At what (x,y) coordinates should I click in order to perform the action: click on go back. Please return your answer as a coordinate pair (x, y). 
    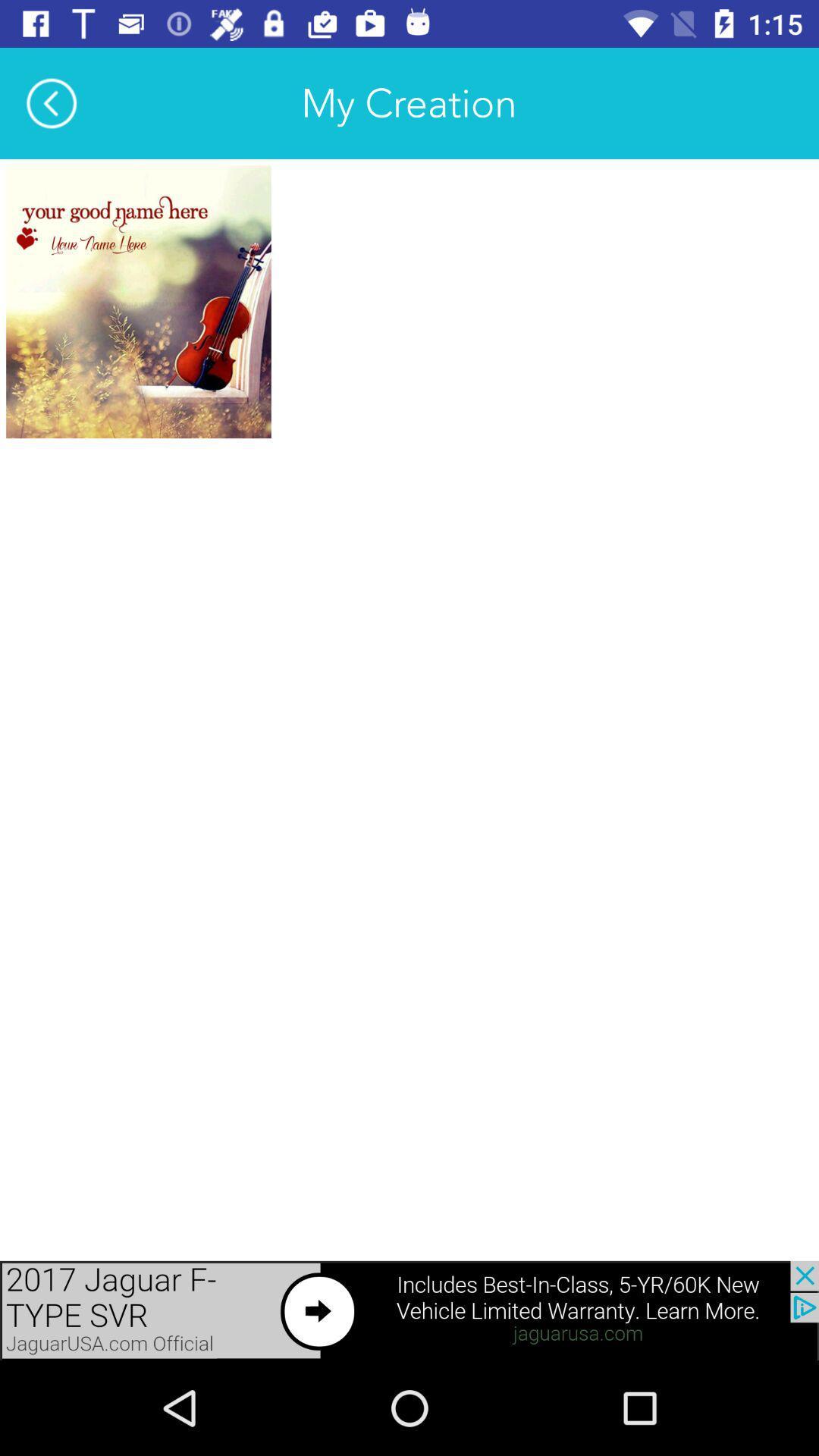
    Looking at the image, I should click on (51, 102).